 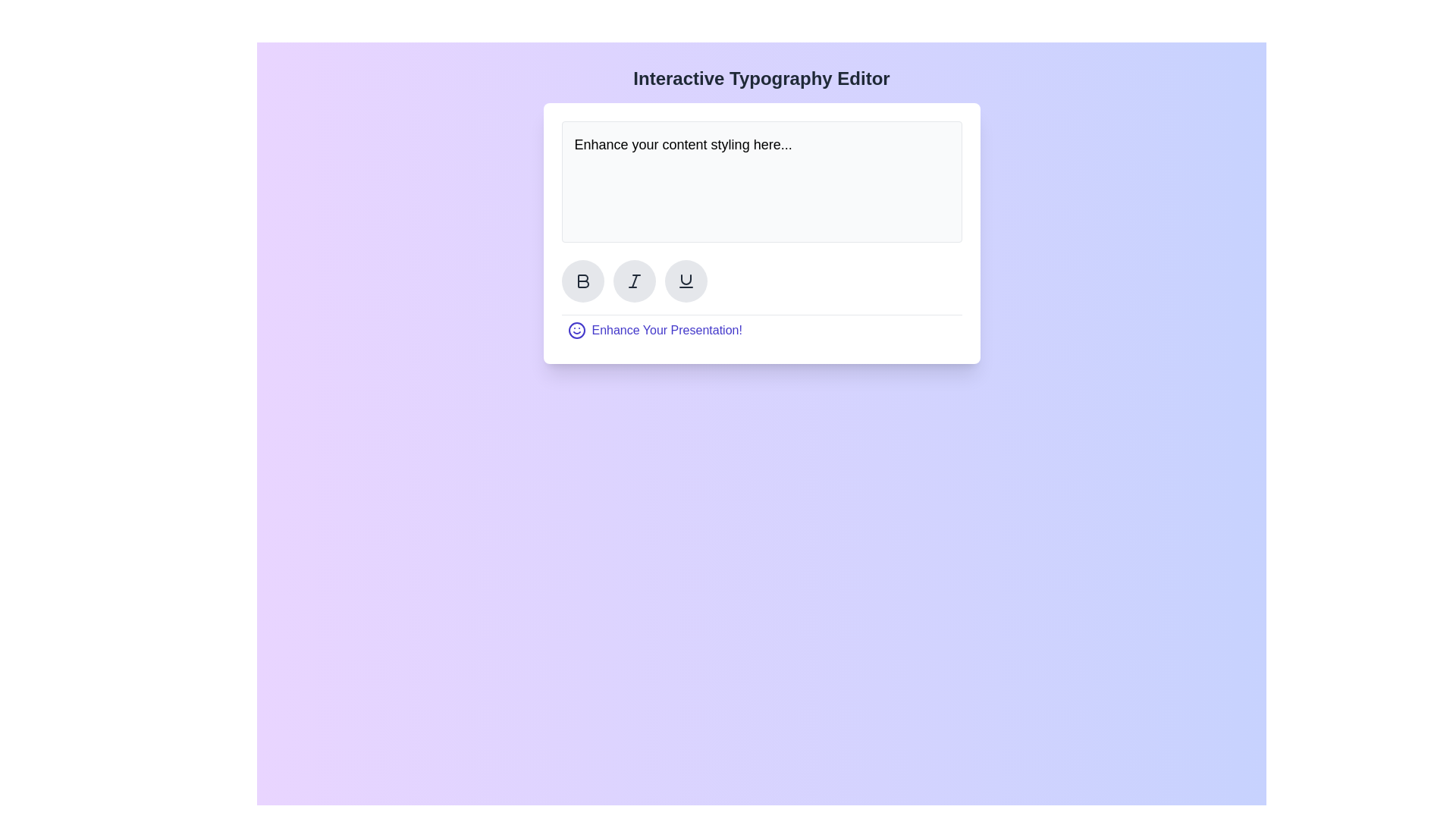 What do you see at coordinates (685, 281) in the screenshot?
I see `the third circular button from the left below the text area to apply underlined styling to the selected text` at bounding box center [685, 281].